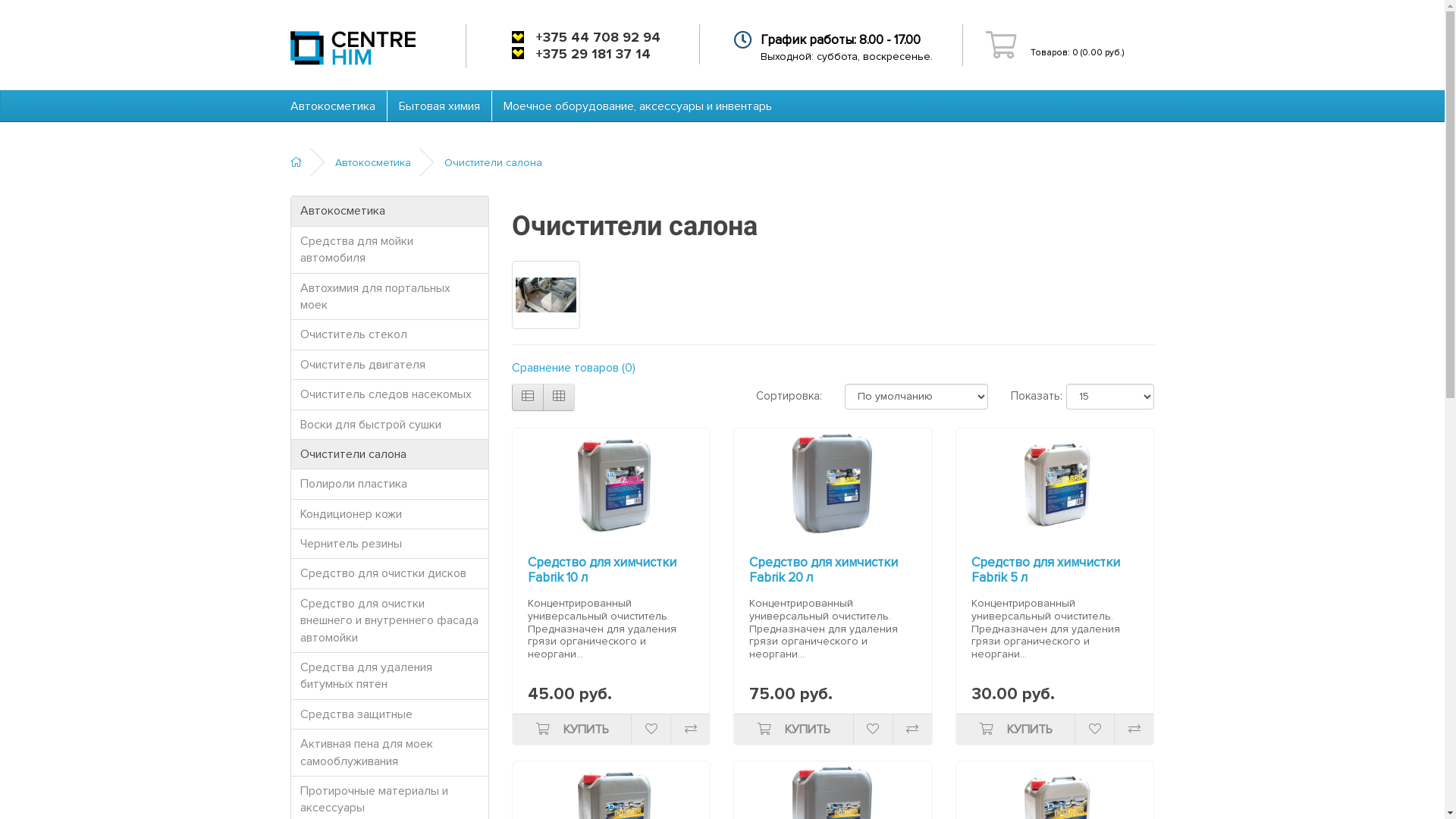  What do you see at coordinates (592, 52) in the screenshot?
I see `'+375 29 181 37 14'` at bounding box center [592, 52].